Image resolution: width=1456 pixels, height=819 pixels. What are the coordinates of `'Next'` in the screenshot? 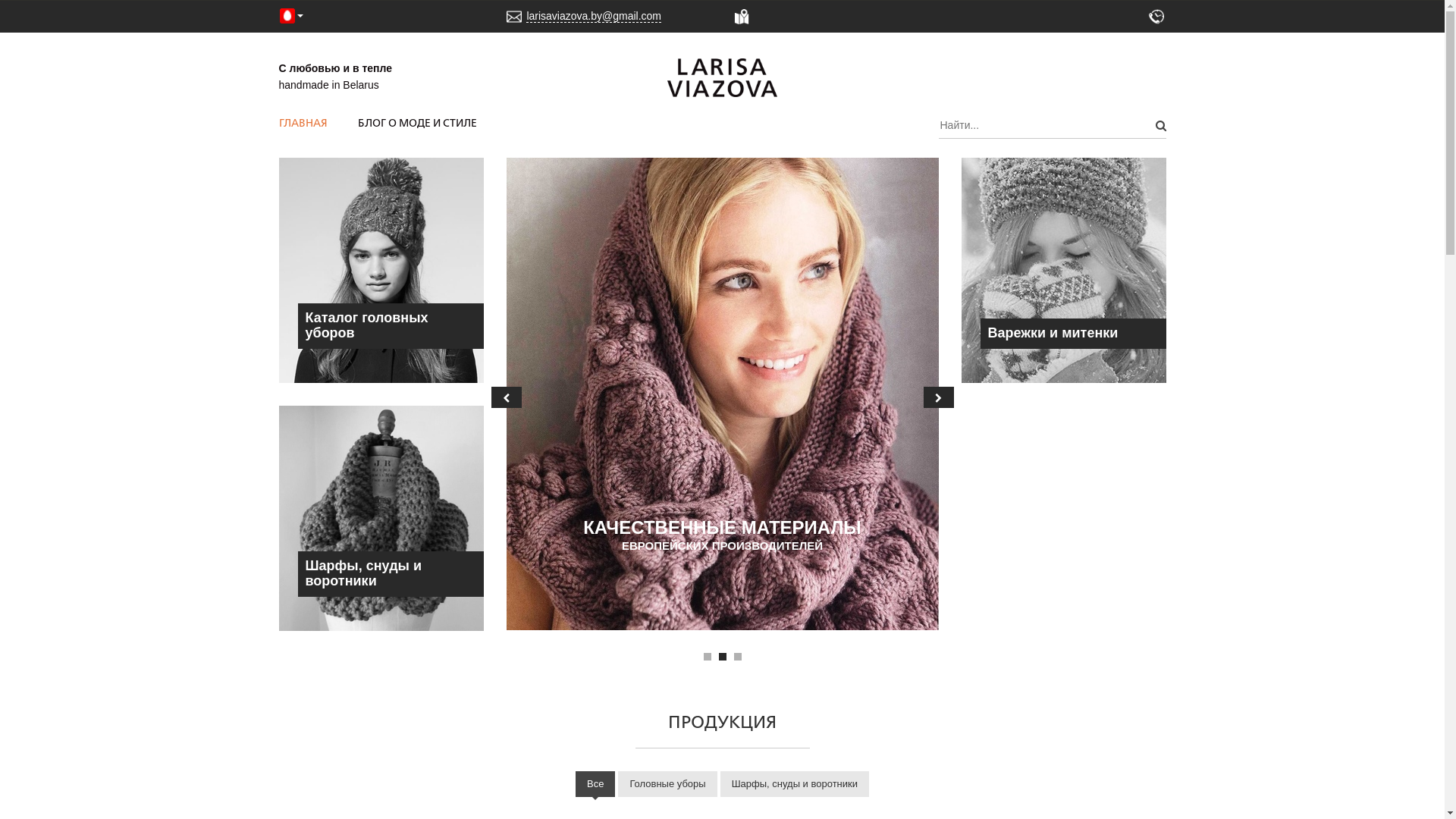 It's located at (938, 397).